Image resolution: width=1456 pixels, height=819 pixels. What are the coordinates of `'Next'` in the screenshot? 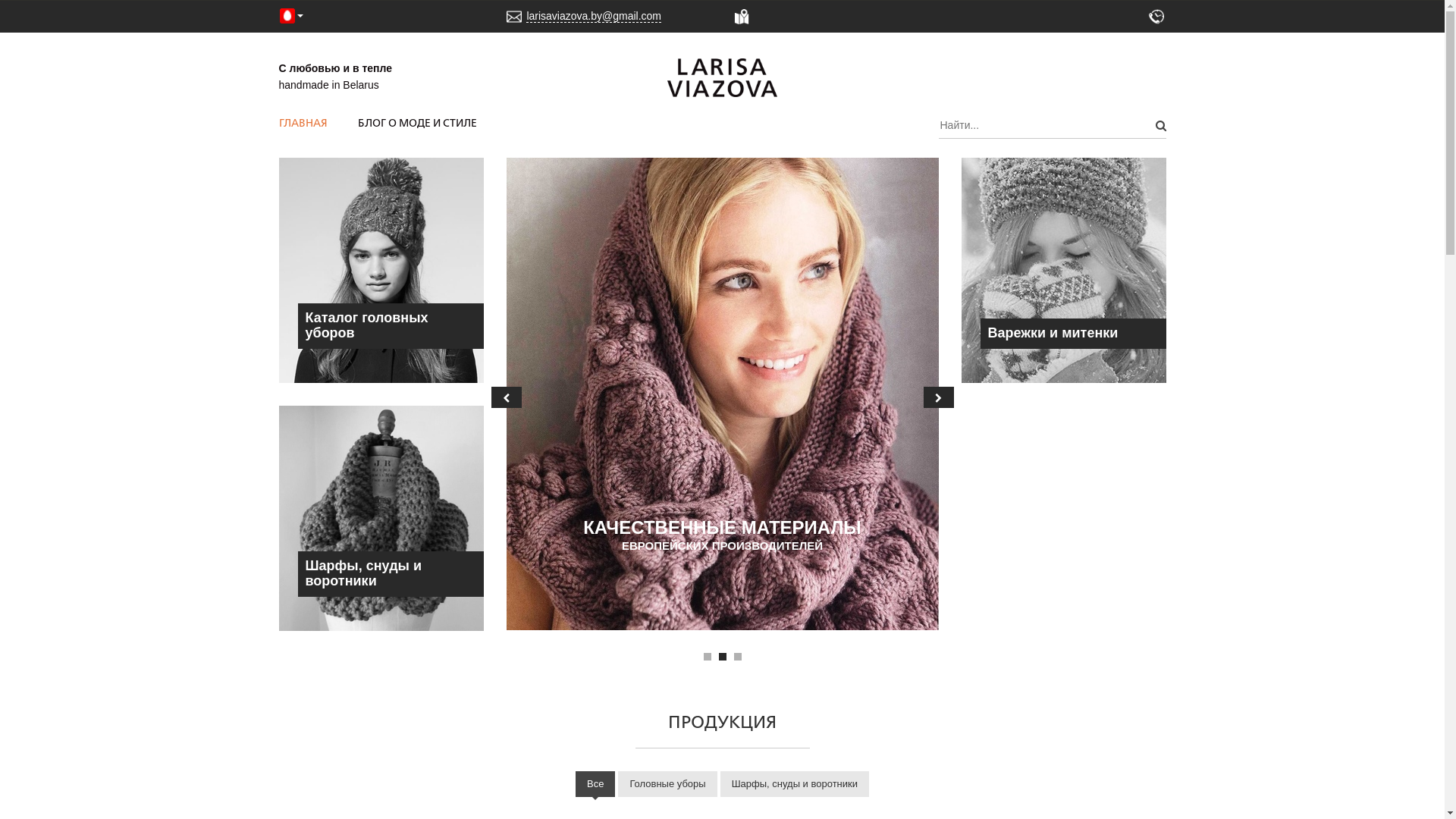 It's located at (938, 397).